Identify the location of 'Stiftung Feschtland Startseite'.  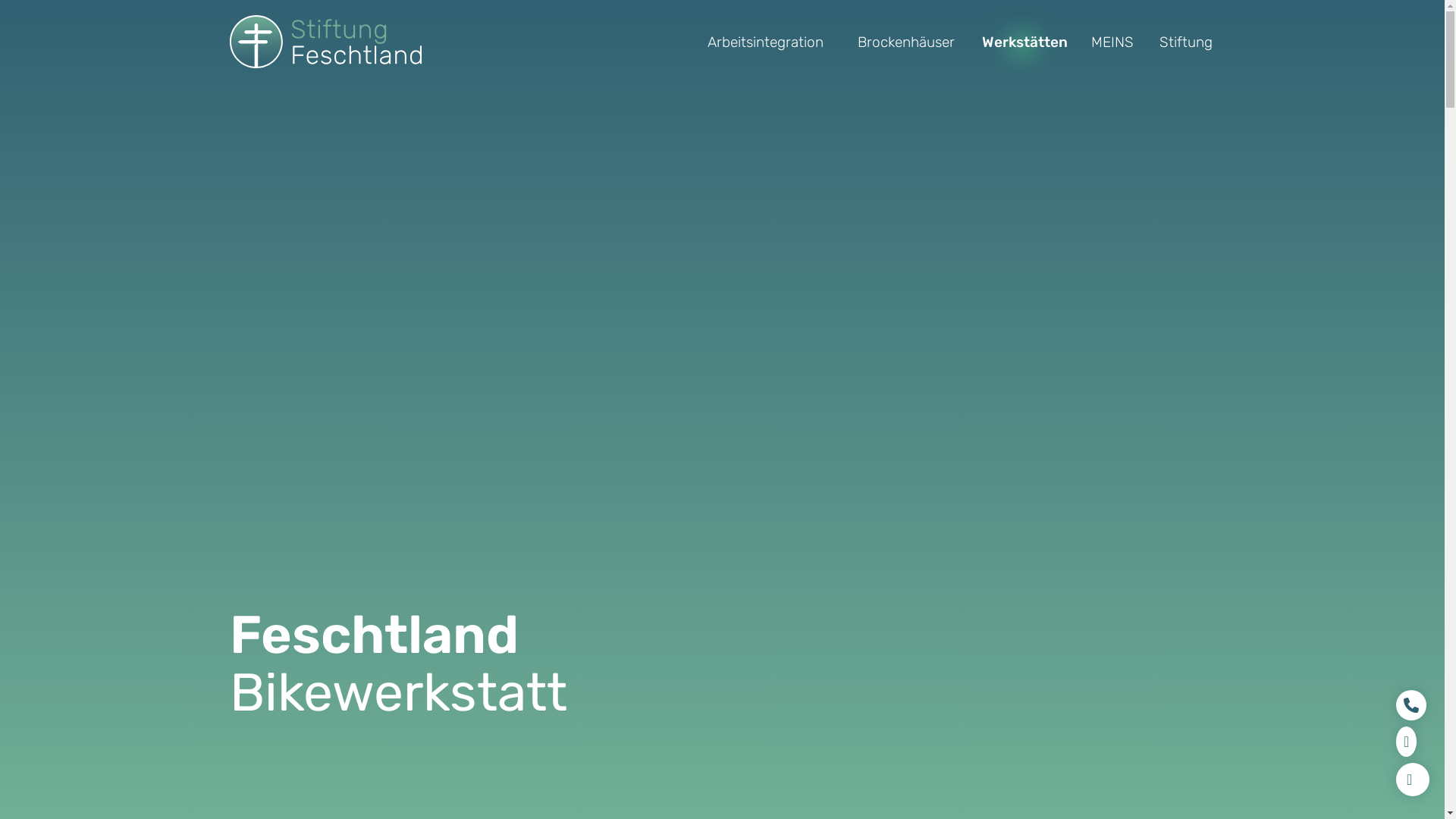
(324, 40).